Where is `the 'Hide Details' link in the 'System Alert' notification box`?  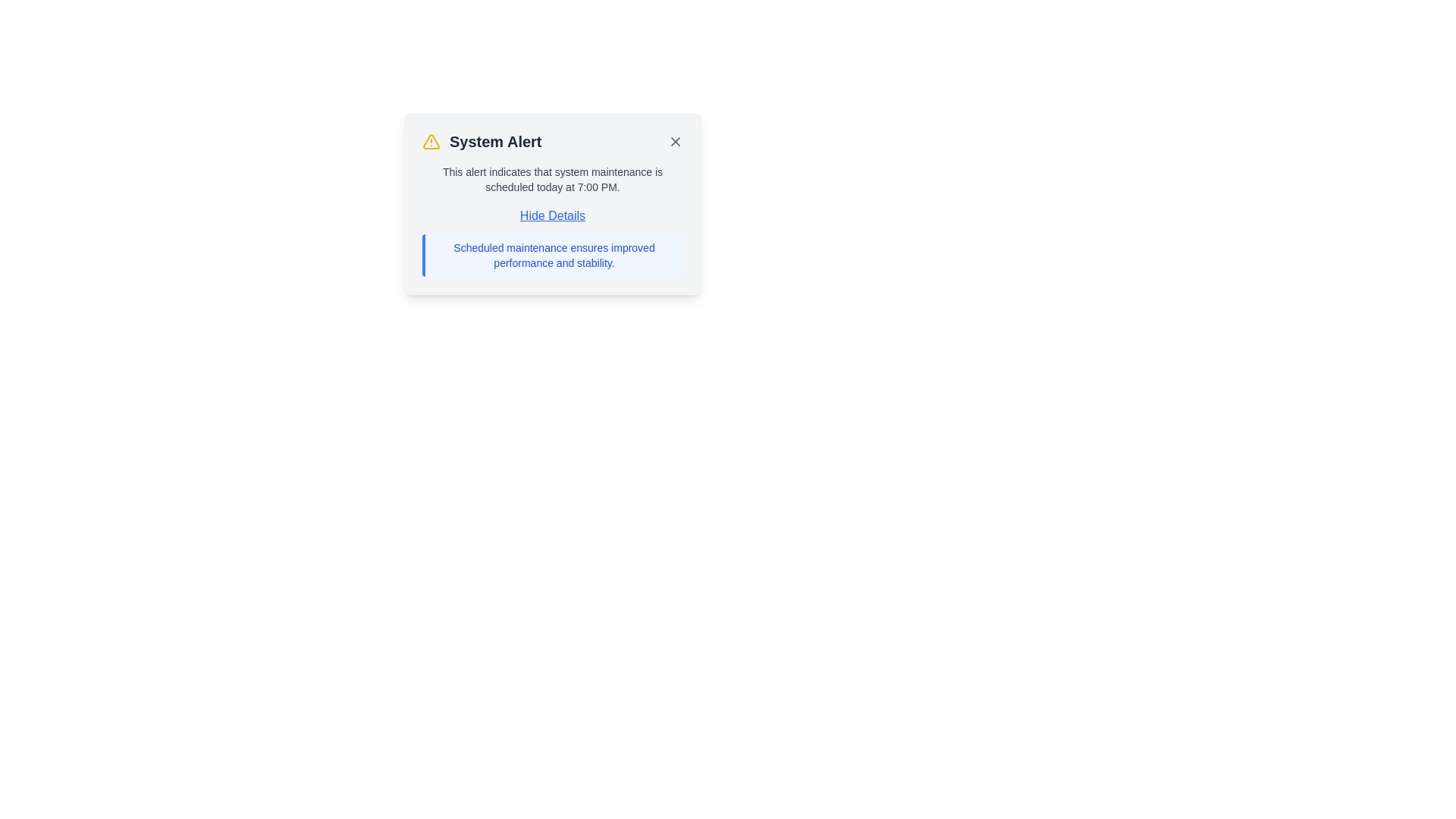 the 'Hide Details' link in the 'System Alert' notification box is located at coordinates (552, 203).